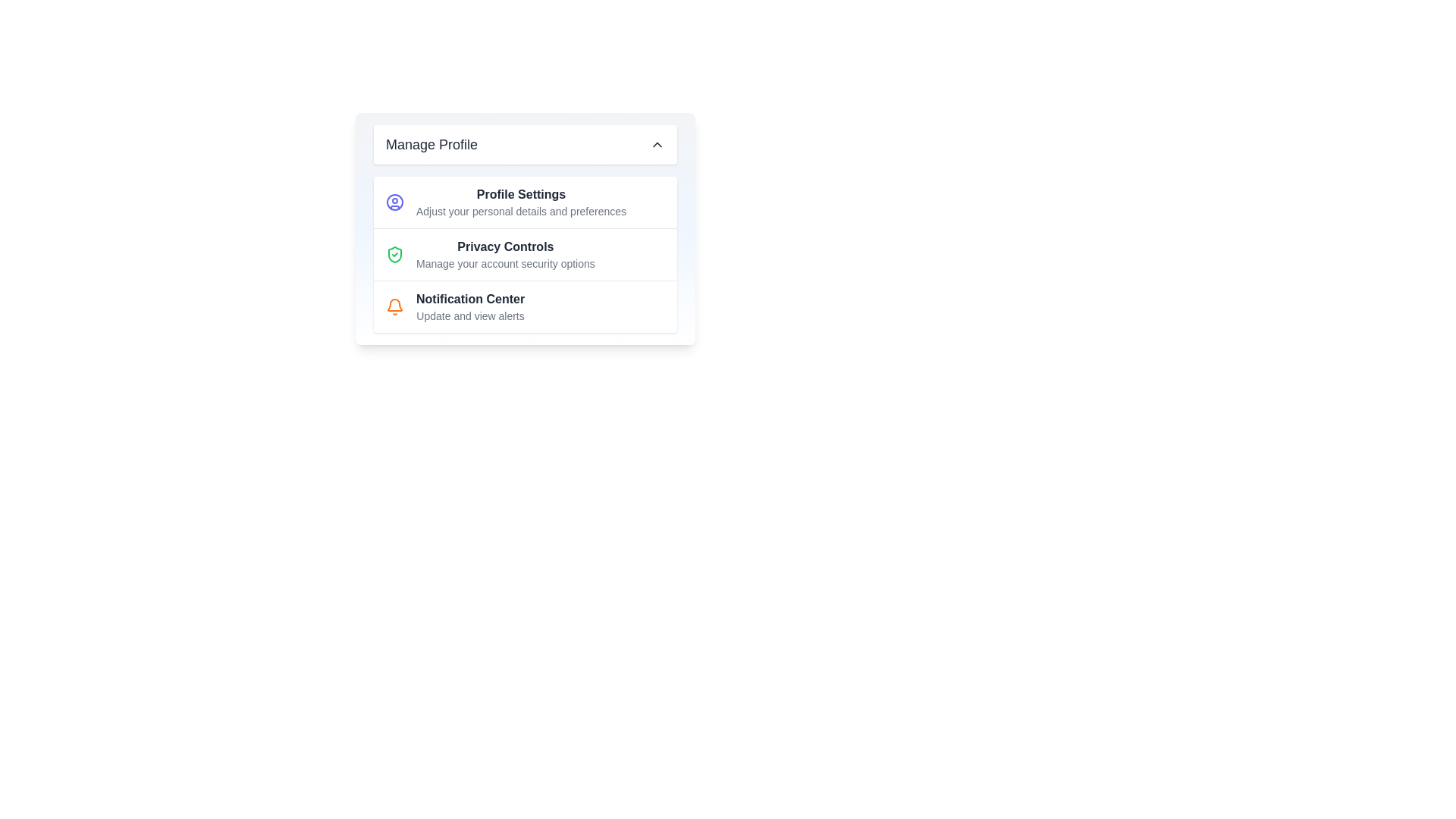 The height and width of the screenshot is (819, 1456). I want to click on the Text Label with Description that serves as a navigation link for notifications, located below 'Profile Settings' and 'Privacy Controls' in the 'Manage Profile' section, so click(469, 307).